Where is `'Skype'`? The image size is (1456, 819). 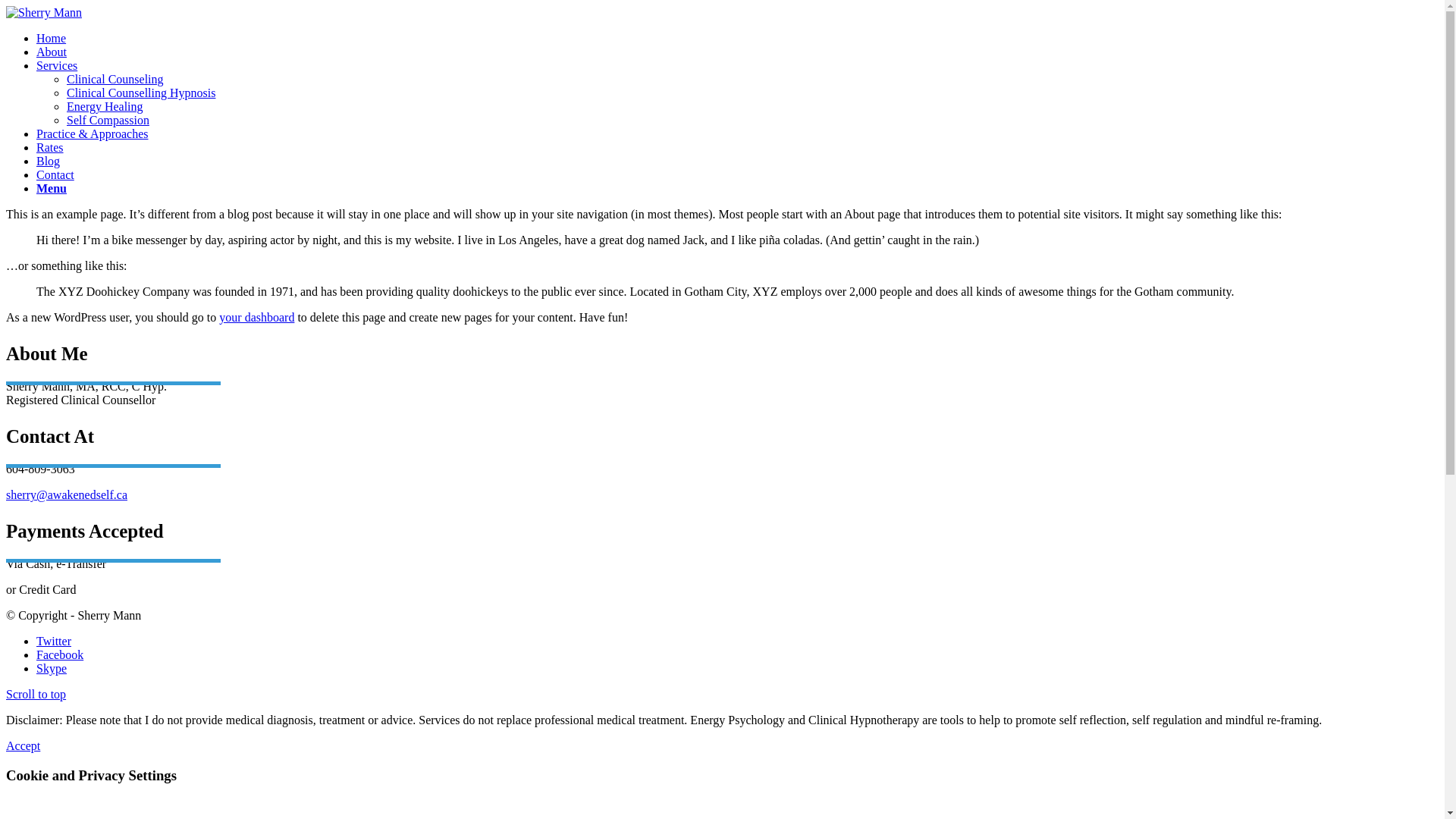 'Skype' is located at coordinates (51, 667).